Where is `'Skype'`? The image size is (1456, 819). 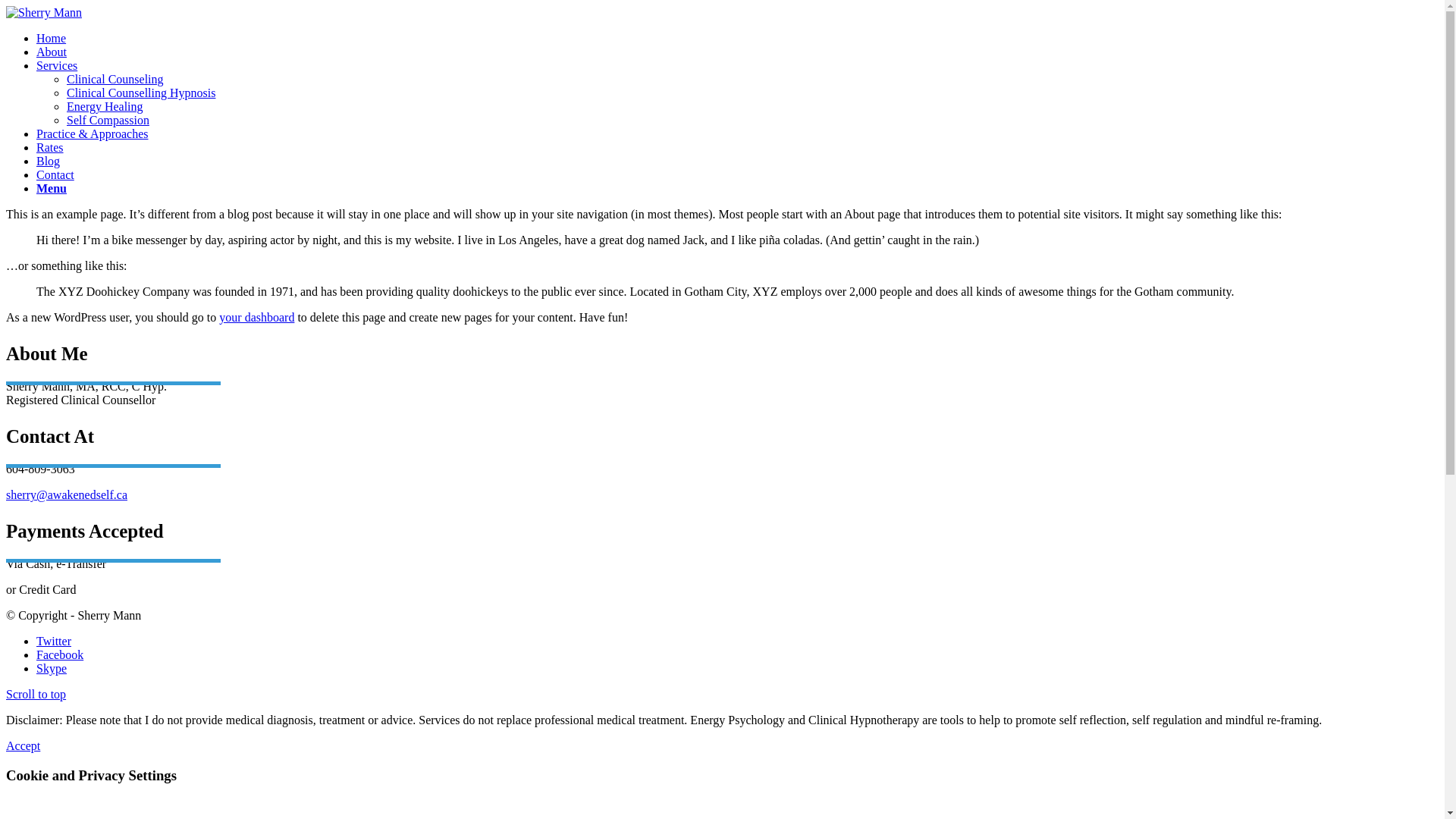 'Skype' is located at coordinates (51, 667).